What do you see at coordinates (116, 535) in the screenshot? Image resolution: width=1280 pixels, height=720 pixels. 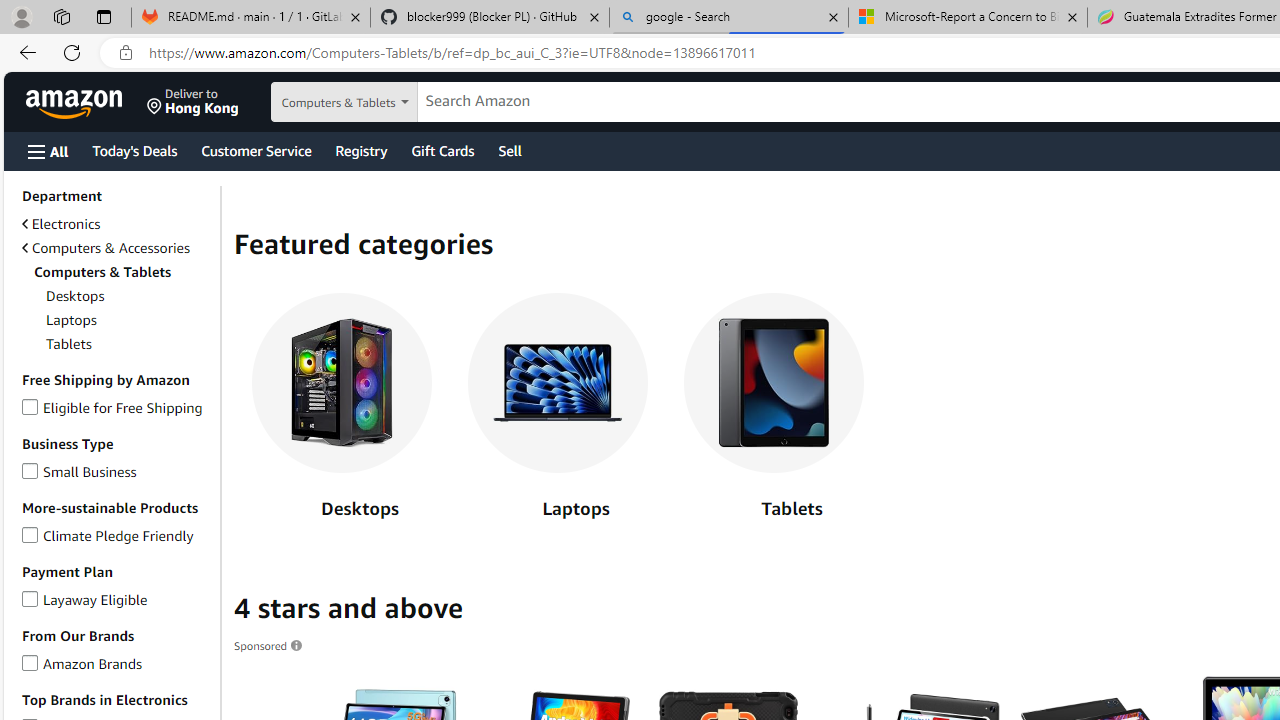 I see `'Climate Pledge FriendlyClimate Pledge Friendly'` at bounding box center [116, 535].